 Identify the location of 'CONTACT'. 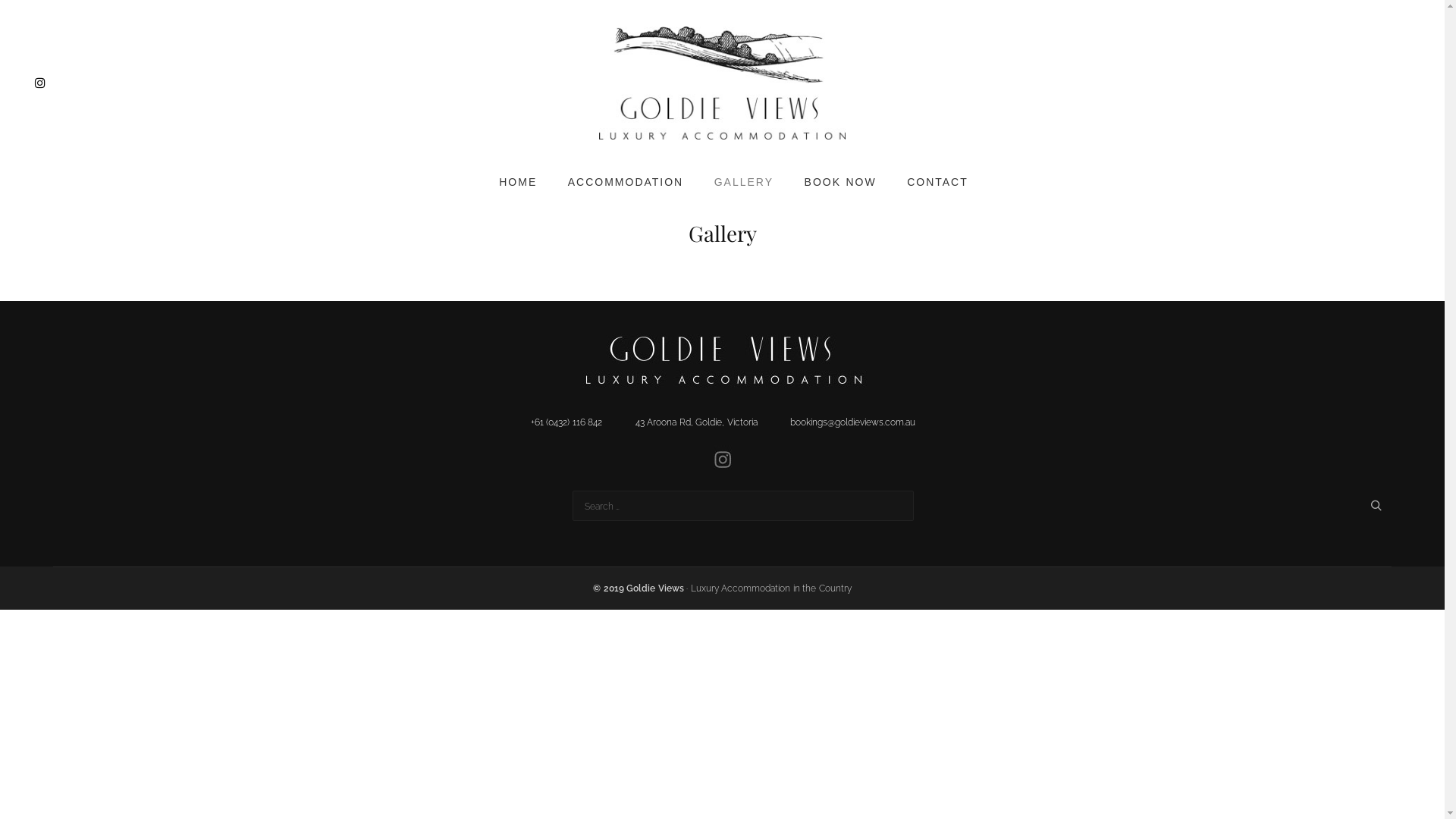
(892, 180).